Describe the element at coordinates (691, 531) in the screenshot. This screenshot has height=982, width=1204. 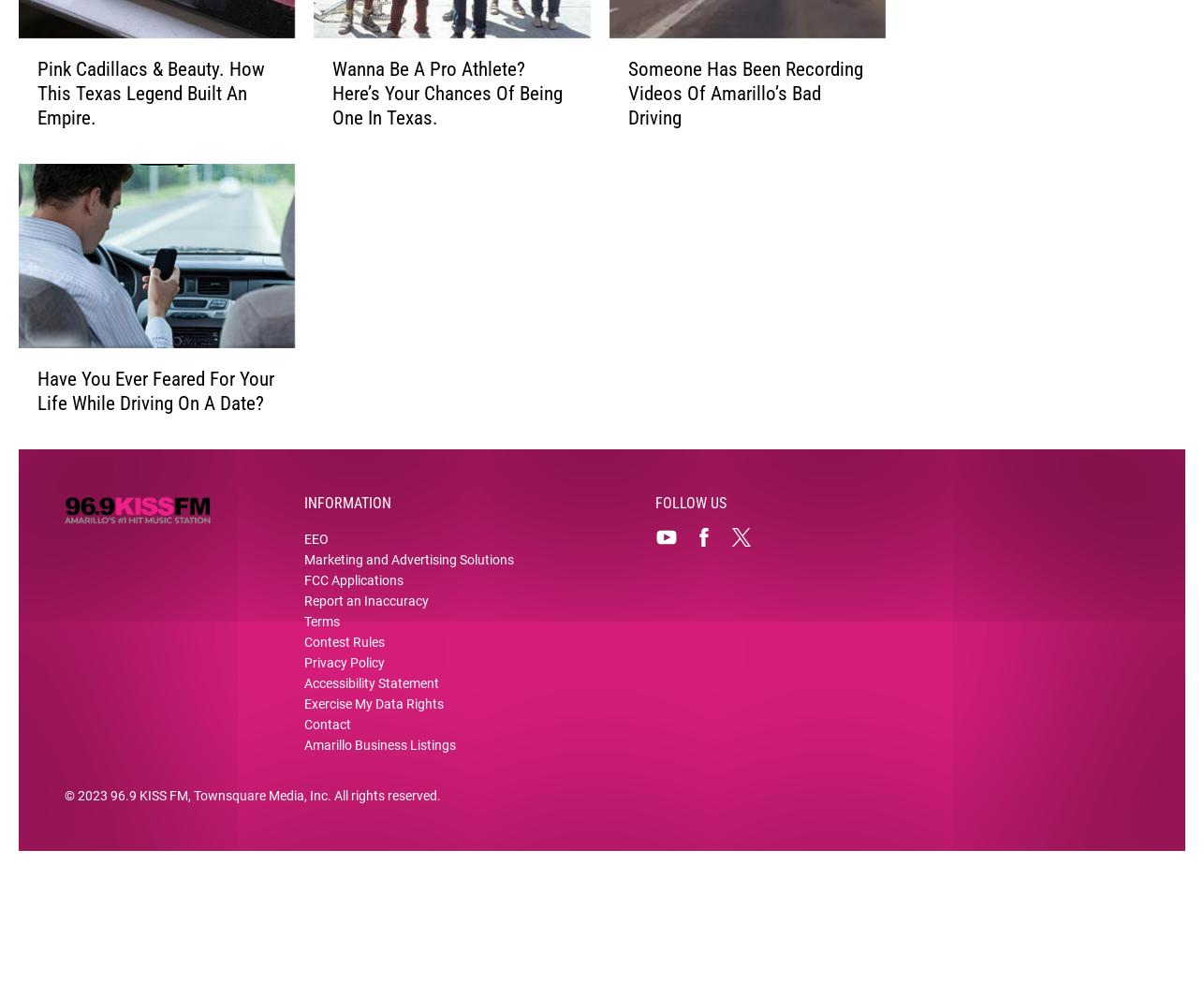
I see `'Follow Us'` at that location.